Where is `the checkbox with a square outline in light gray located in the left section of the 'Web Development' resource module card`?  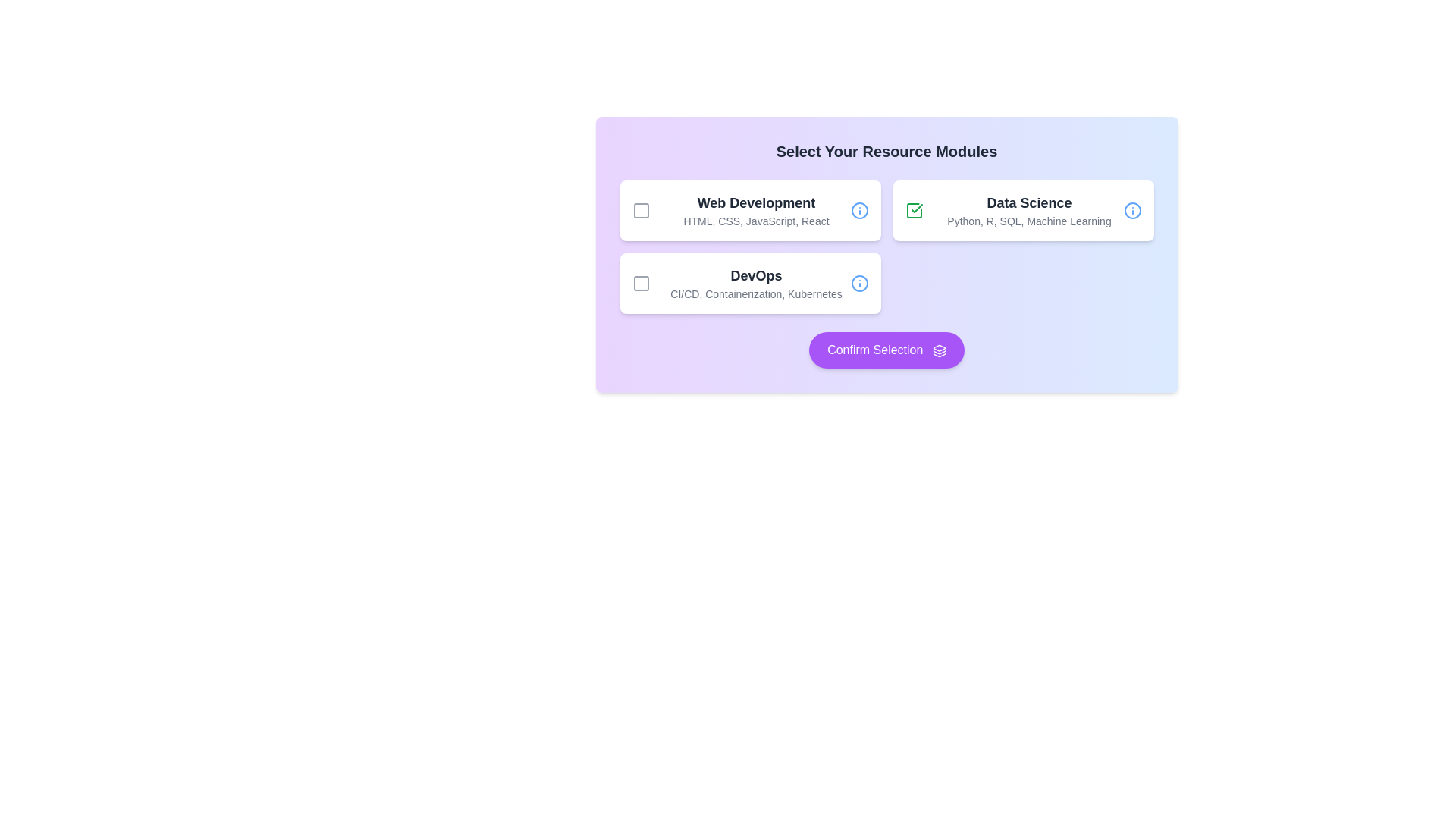
the checkbox with a square outline in light gray located in the left section of the 'Web Development' resource module card is located at coordinates (641, 210).